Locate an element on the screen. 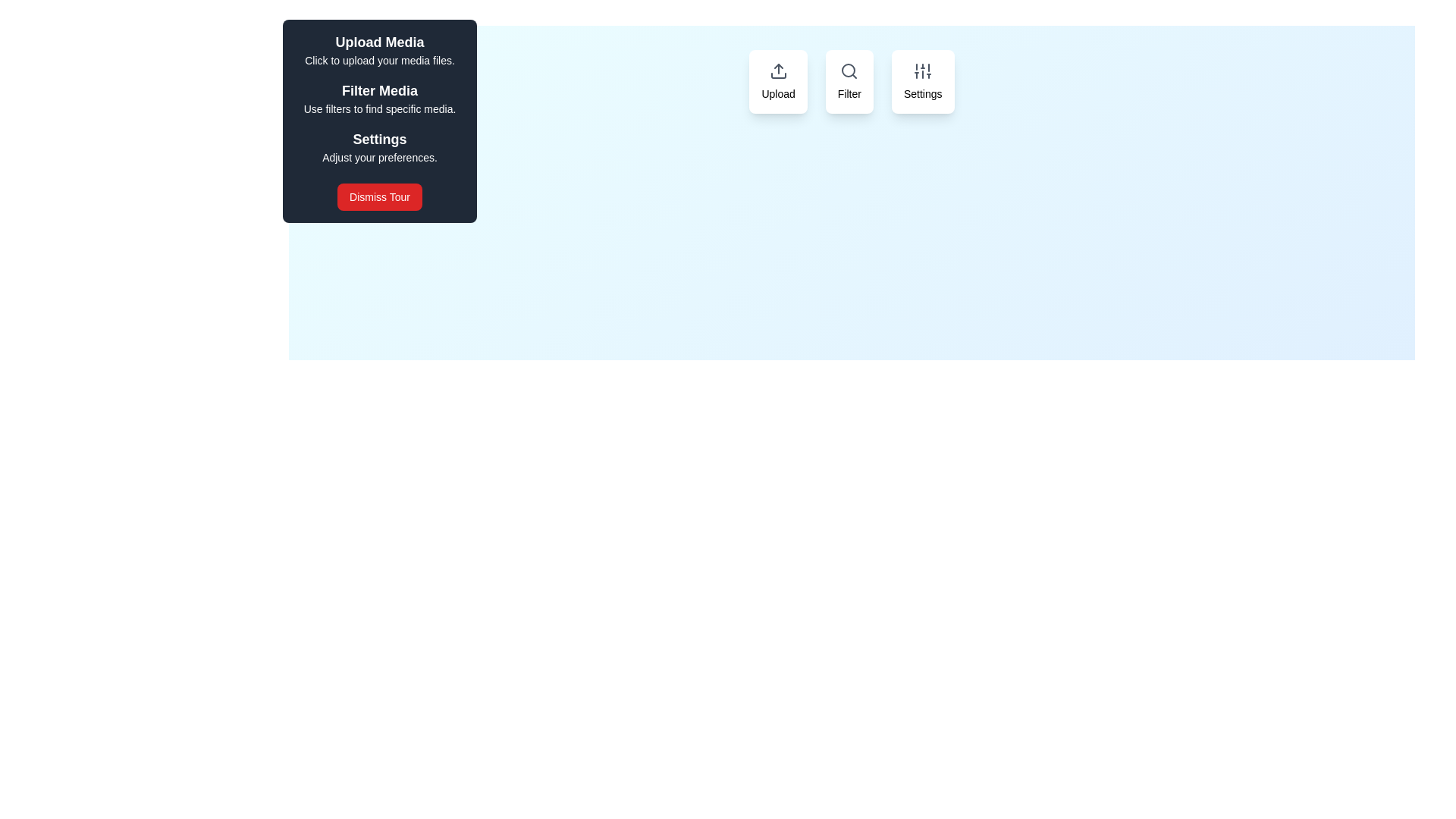 This screenshot has height=819, width=1456. the informational text block displaying 'Filter Media' and 'Use filters to find specific media.' which is positioned in a dark gray popup card, below 'Upload Media' and above 'Settings' is located at coordinates (379, 99).